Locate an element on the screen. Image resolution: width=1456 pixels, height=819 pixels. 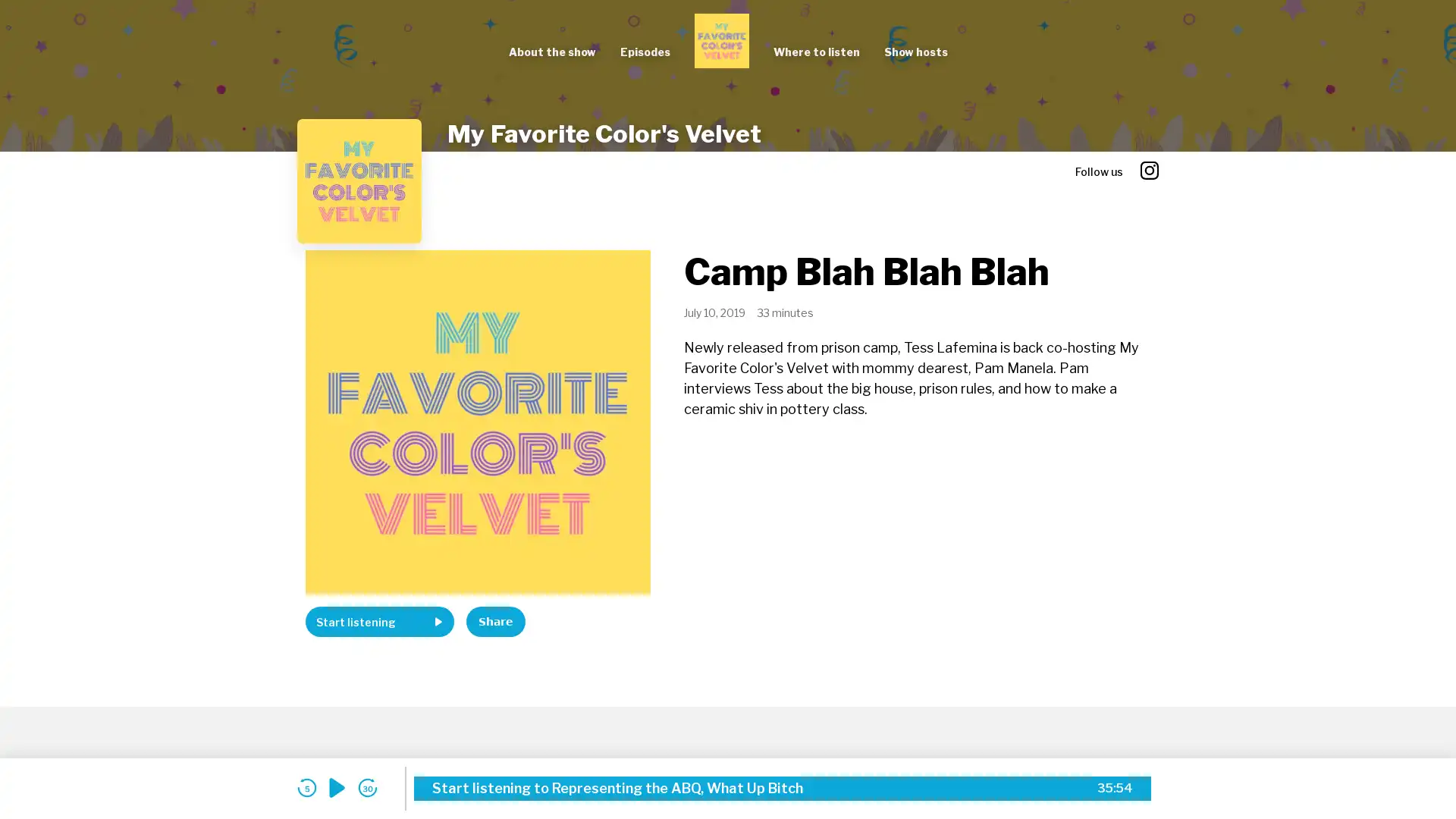
skip back 5 seconds is located at coordinates (306, 787).